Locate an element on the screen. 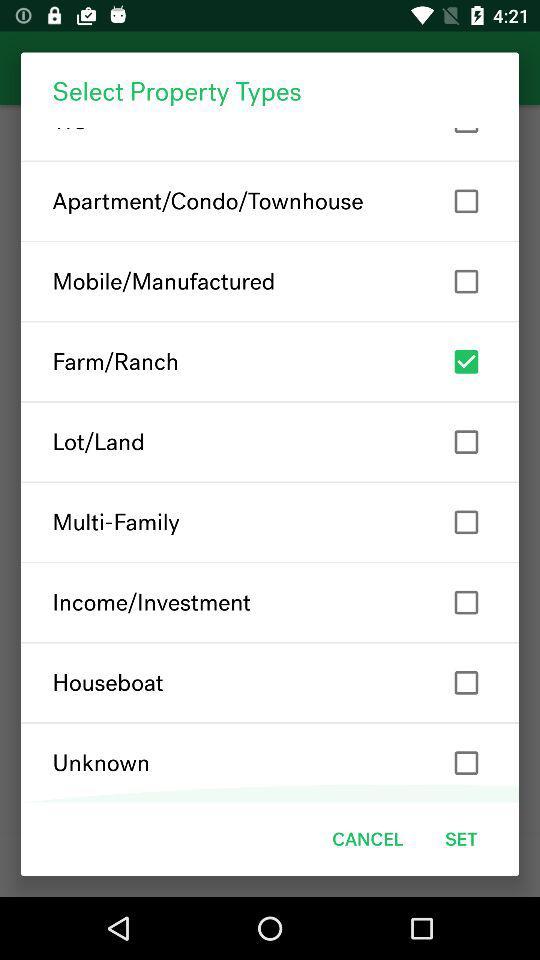  the icon above cancel is located at coordinates (270, 762).